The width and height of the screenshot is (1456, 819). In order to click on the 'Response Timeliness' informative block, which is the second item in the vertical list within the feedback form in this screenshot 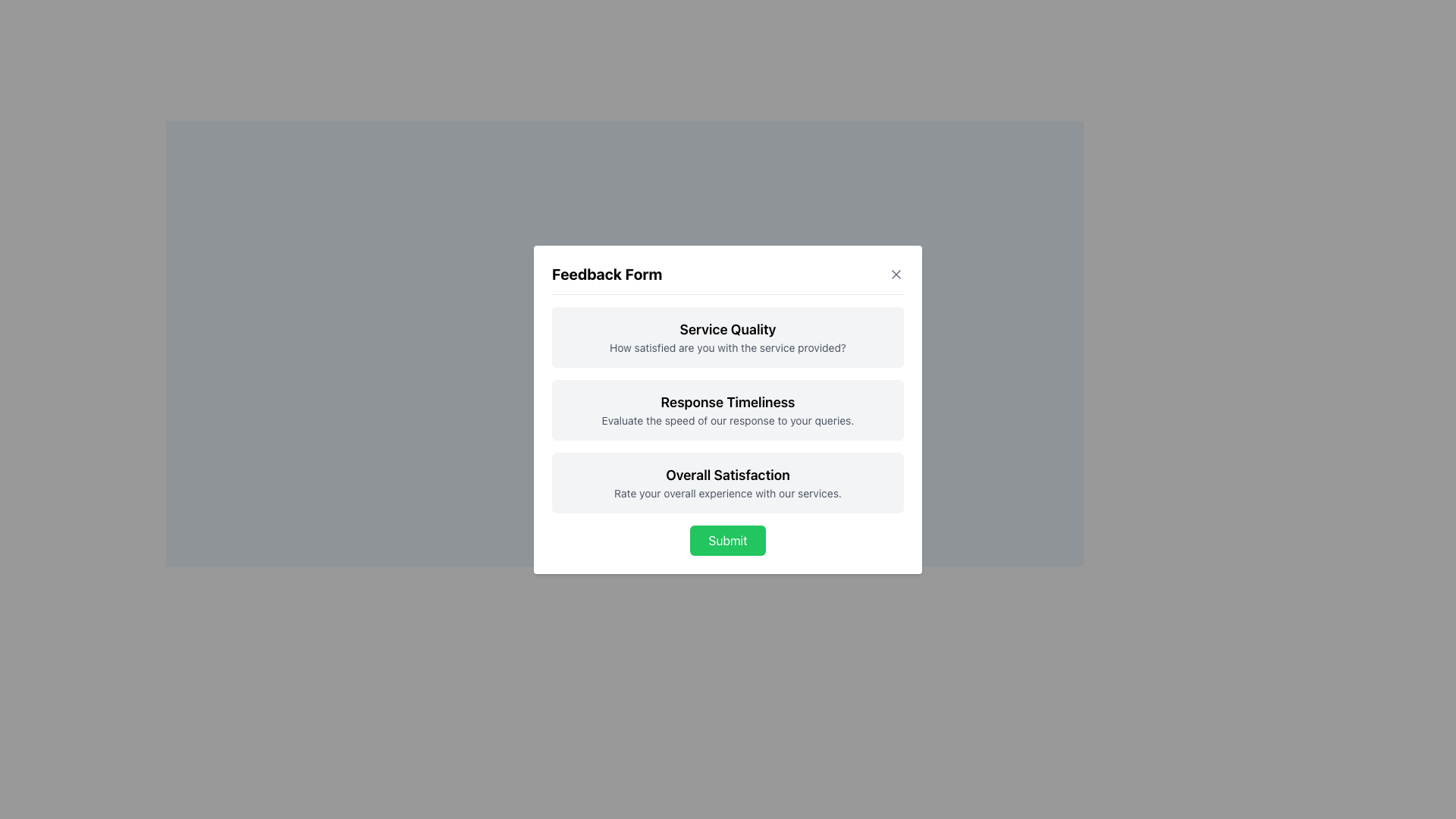, I will do `click(728, 409)`.